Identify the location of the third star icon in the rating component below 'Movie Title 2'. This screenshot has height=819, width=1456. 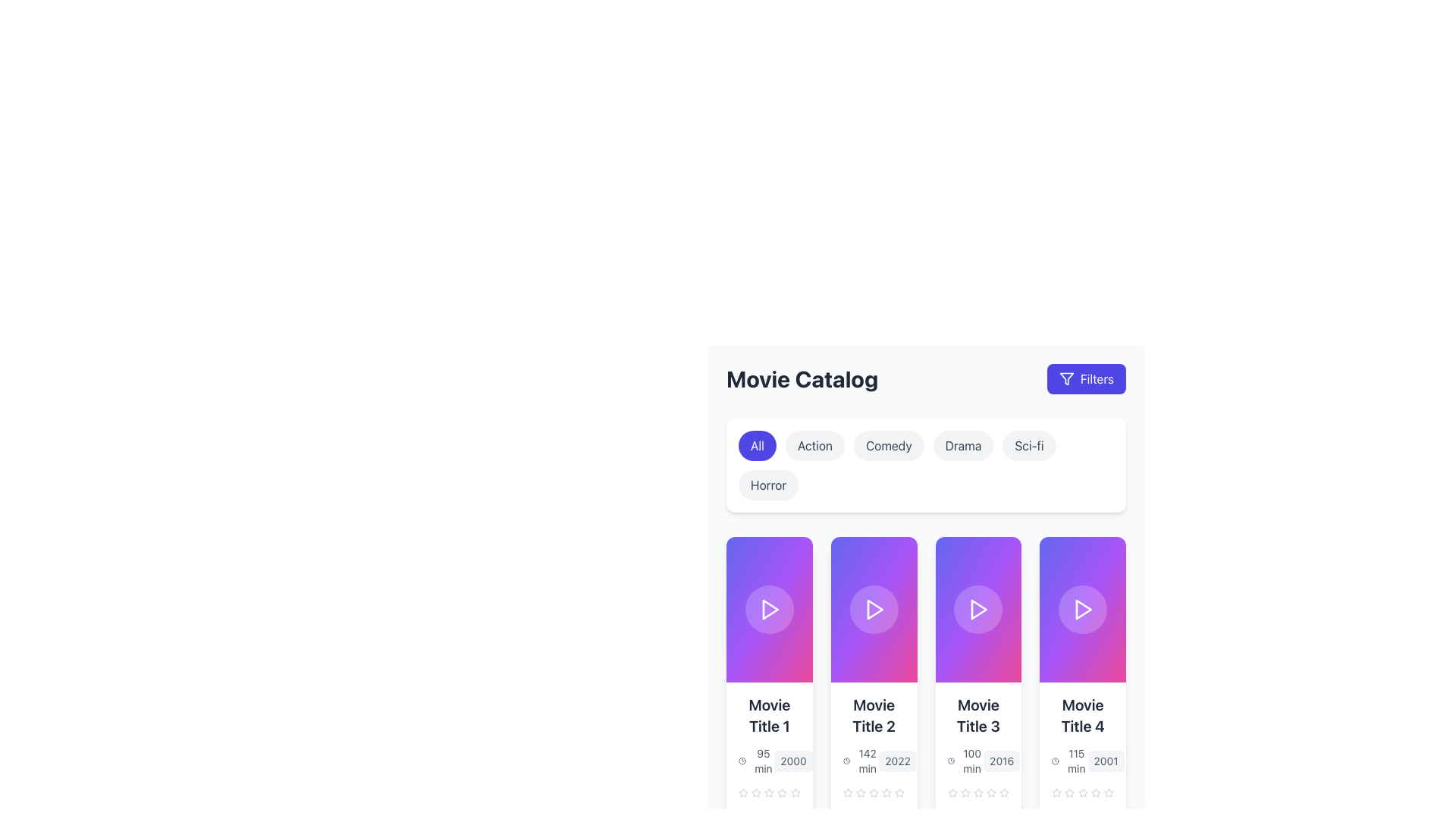
(861, 792).